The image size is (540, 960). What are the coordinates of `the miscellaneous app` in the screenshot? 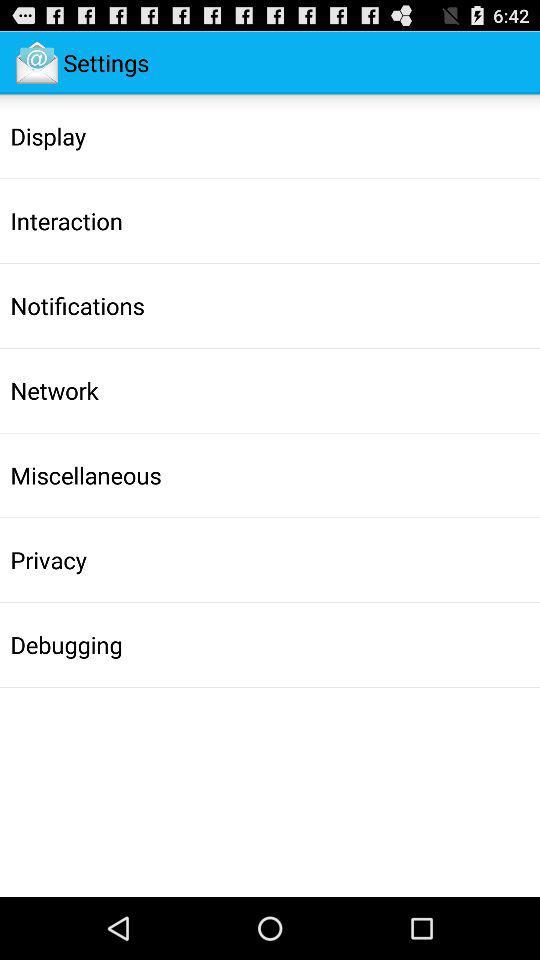 It's located at (85, 475).